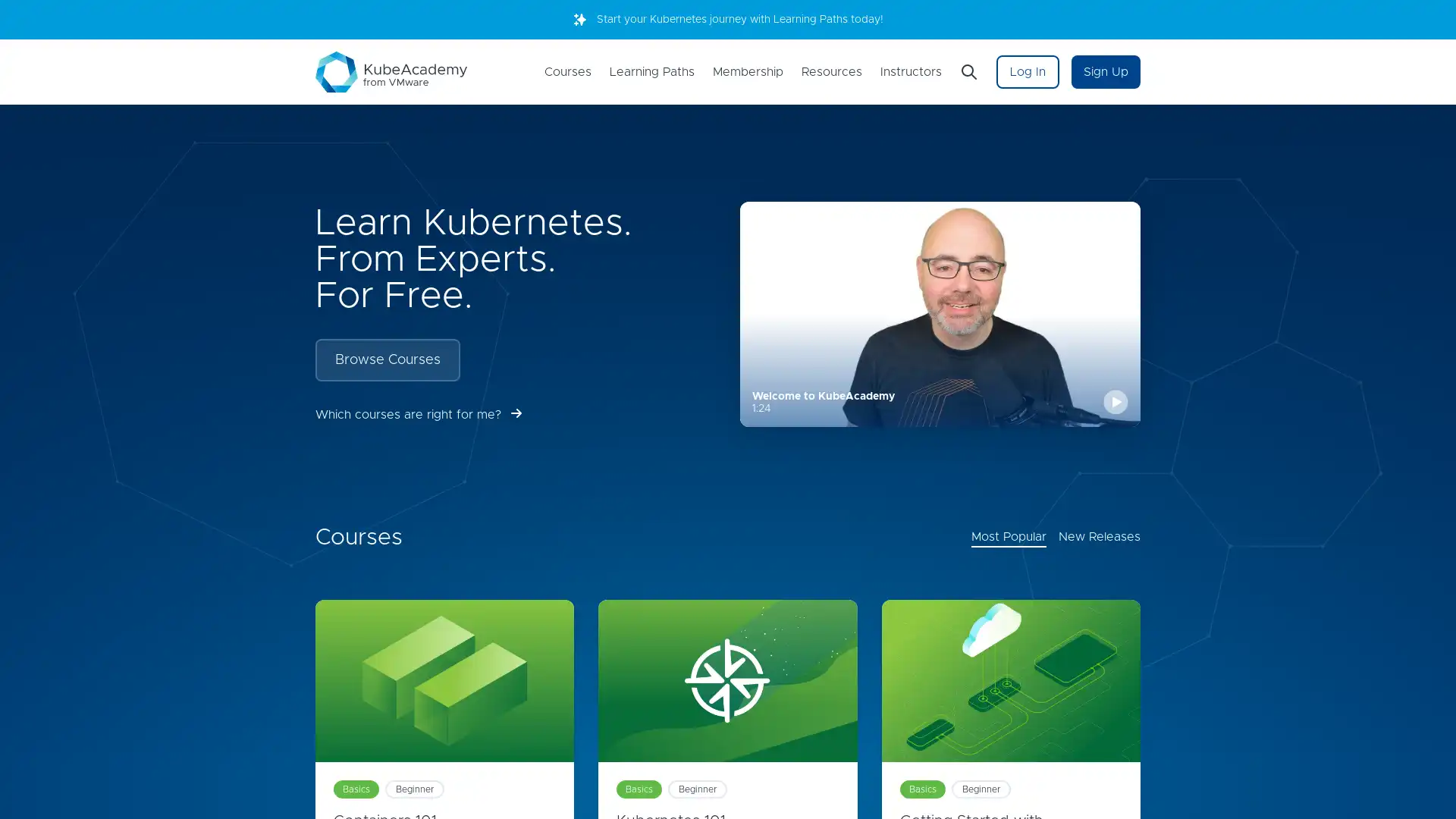  What do you see at coordinates (1009, 537) in the screenshot?
I see `Most Popular` at bounding box center [1009, 537].